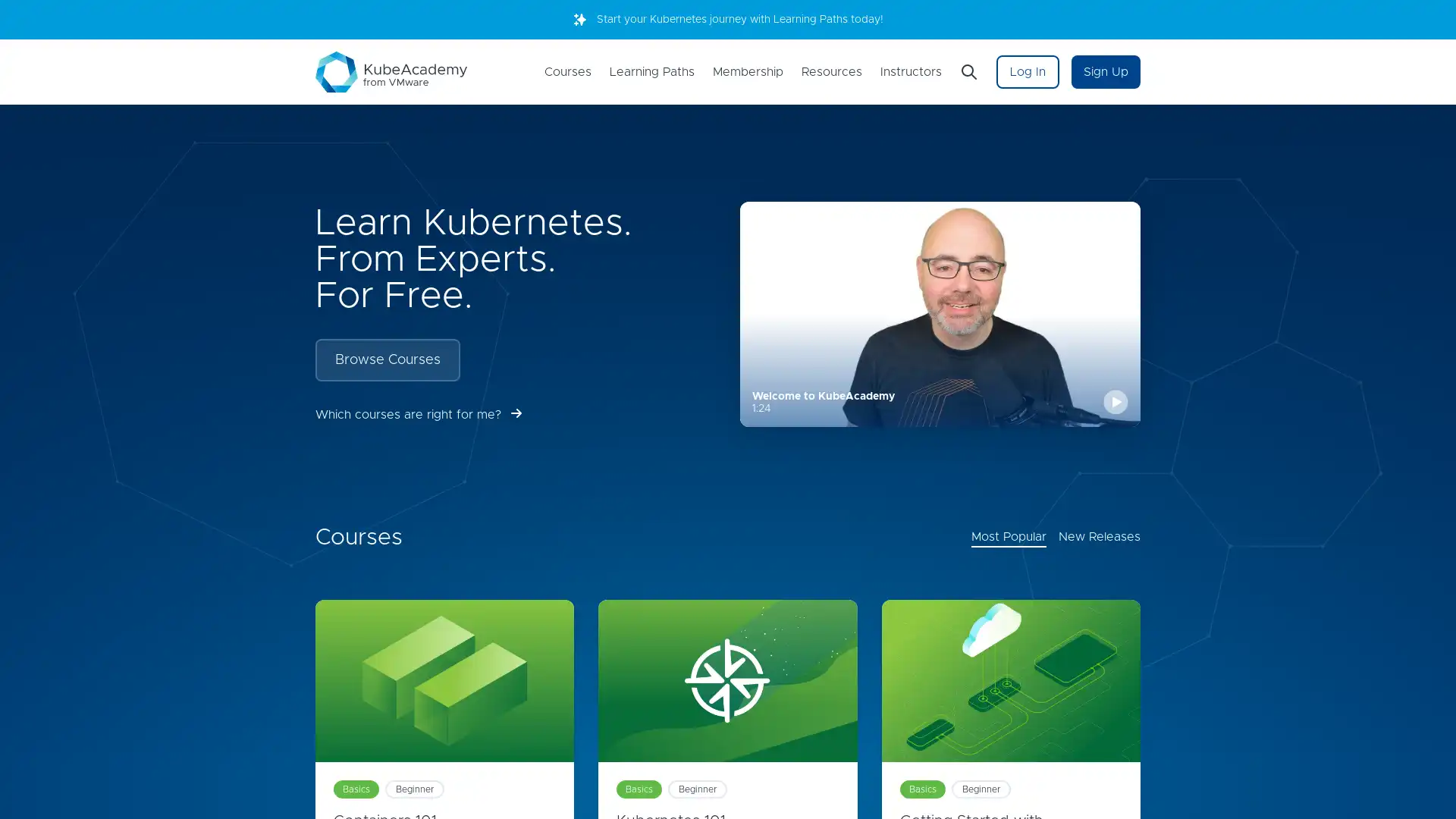  What do you see at coordinates (1009, 537) in the screenshot?
I see `Most Popular` at bounding box center [1009, 537].